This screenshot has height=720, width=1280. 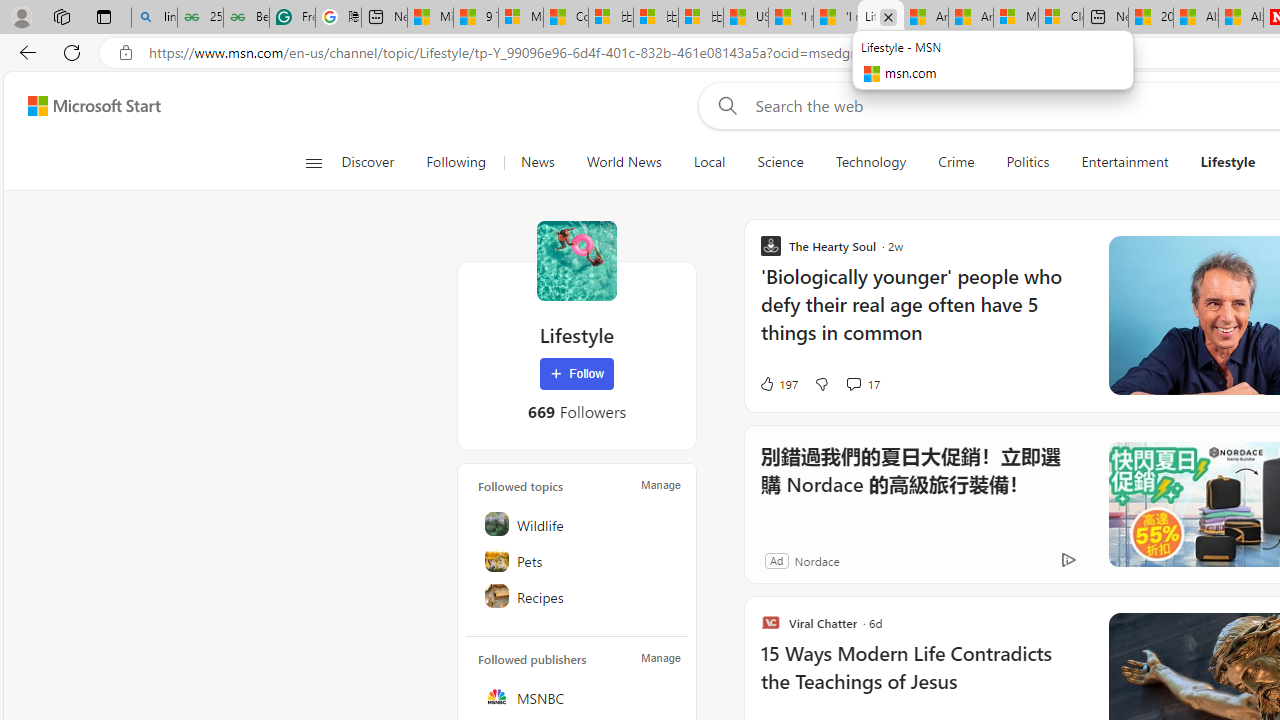 What do you see at coordinates (153, 17) in the screenshot?
I see `'linux basic - Search'` at bounding box center [153, 17].